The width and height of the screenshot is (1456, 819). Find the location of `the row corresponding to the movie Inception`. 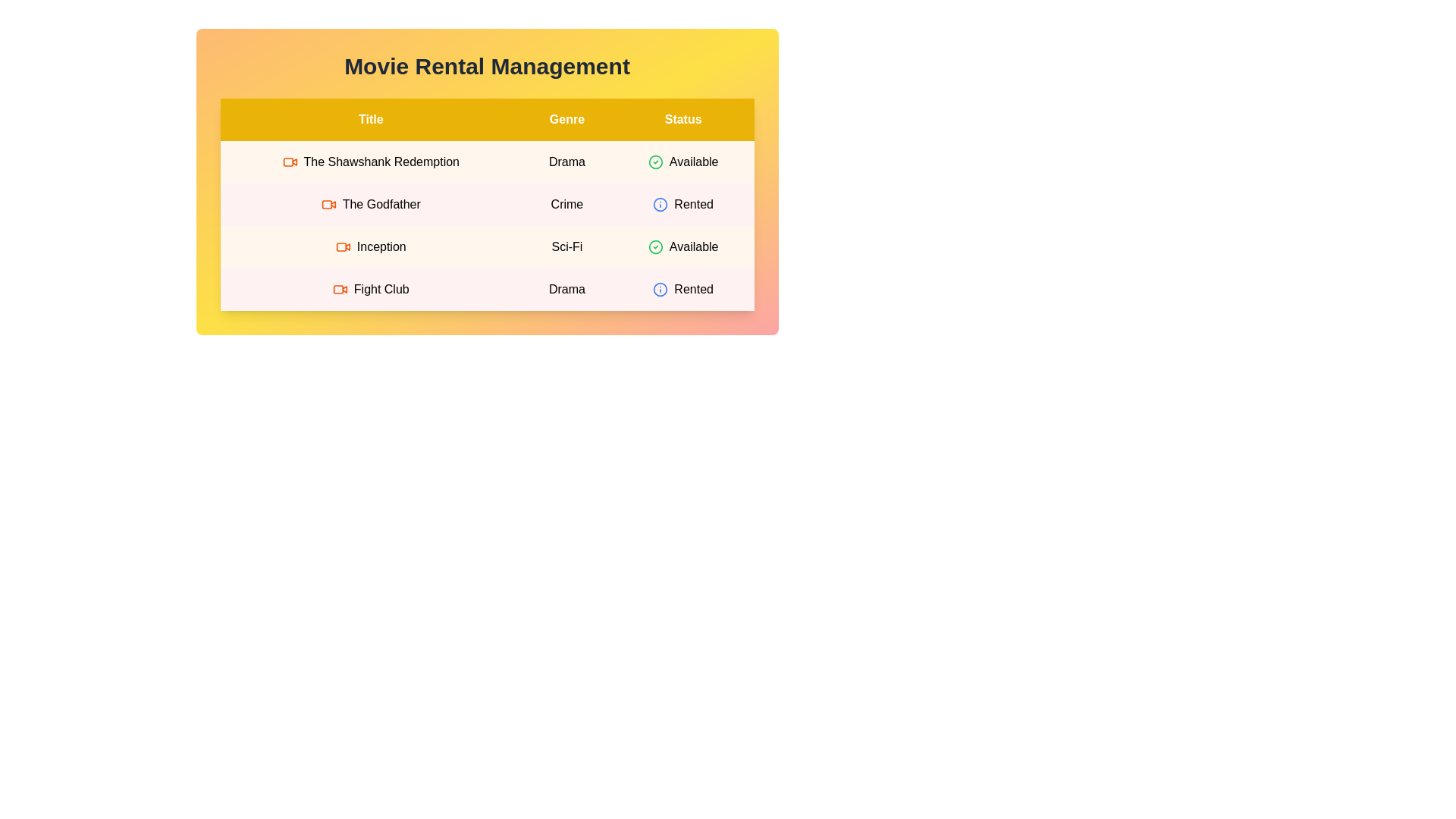

the row corresponding to the movie Inception is located at coordinates (487, 246).